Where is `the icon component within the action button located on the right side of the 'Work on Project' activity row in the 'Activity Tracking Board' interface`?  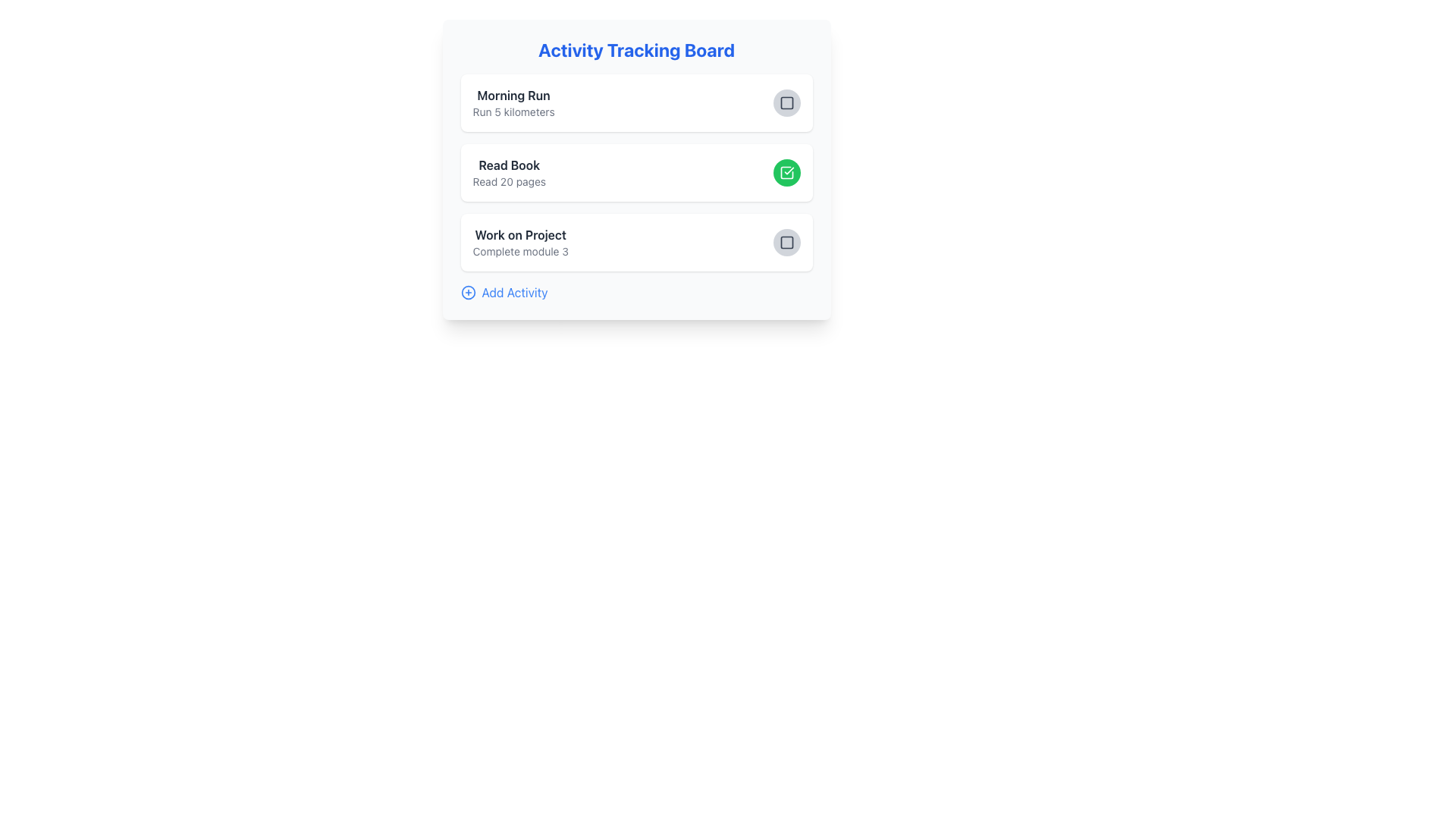
the icon component within the action button located on the right side of the 'Work on Project' activity row in the 'Activity Tracking Board' interface is located at coordinates (786, 242).